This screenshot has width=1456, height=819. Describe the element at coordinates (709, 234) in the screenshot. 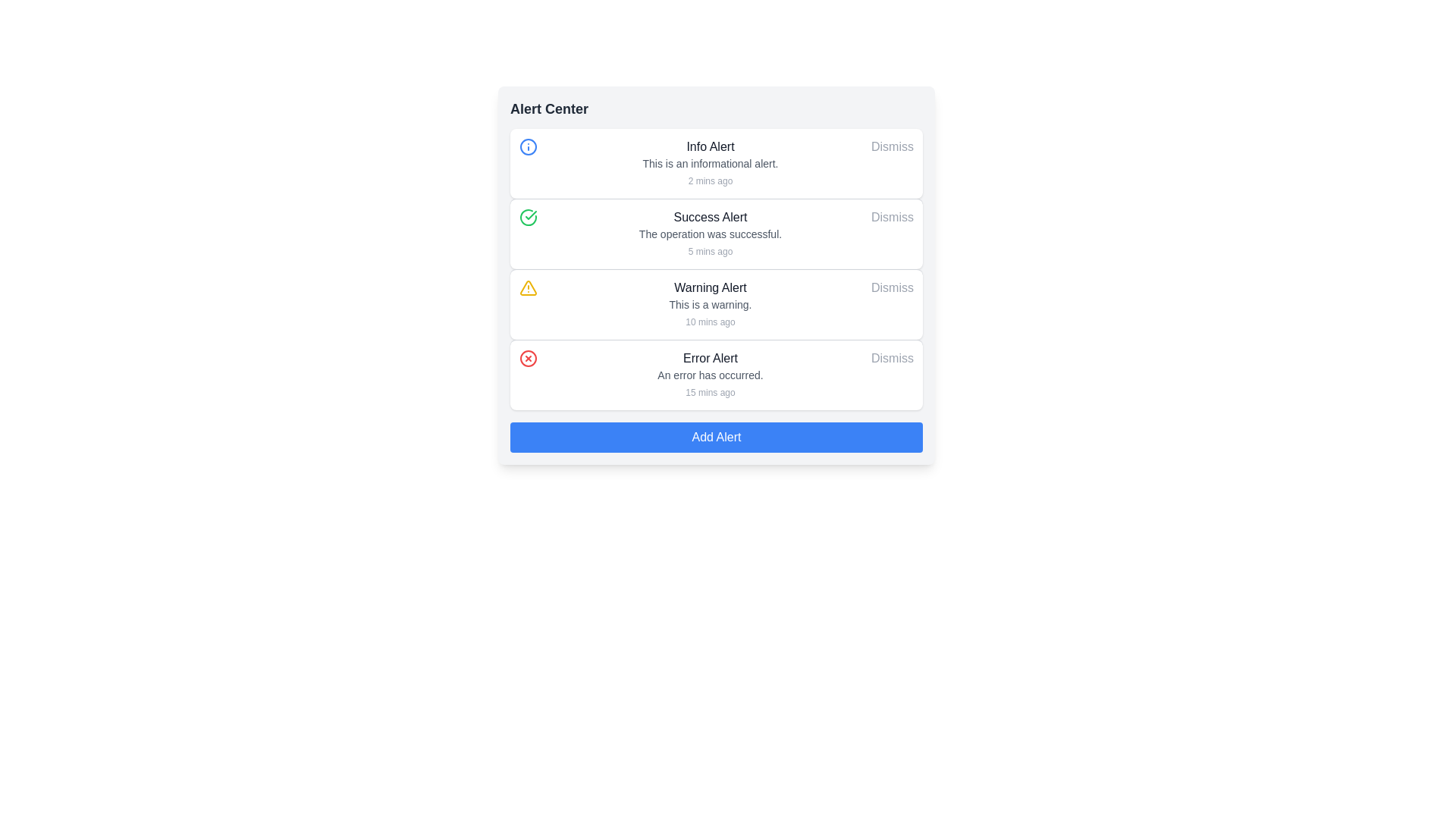

I see `text element displaying 'The operation was successful.' located in the notification panel under the 'Success Alert' section` at that location.